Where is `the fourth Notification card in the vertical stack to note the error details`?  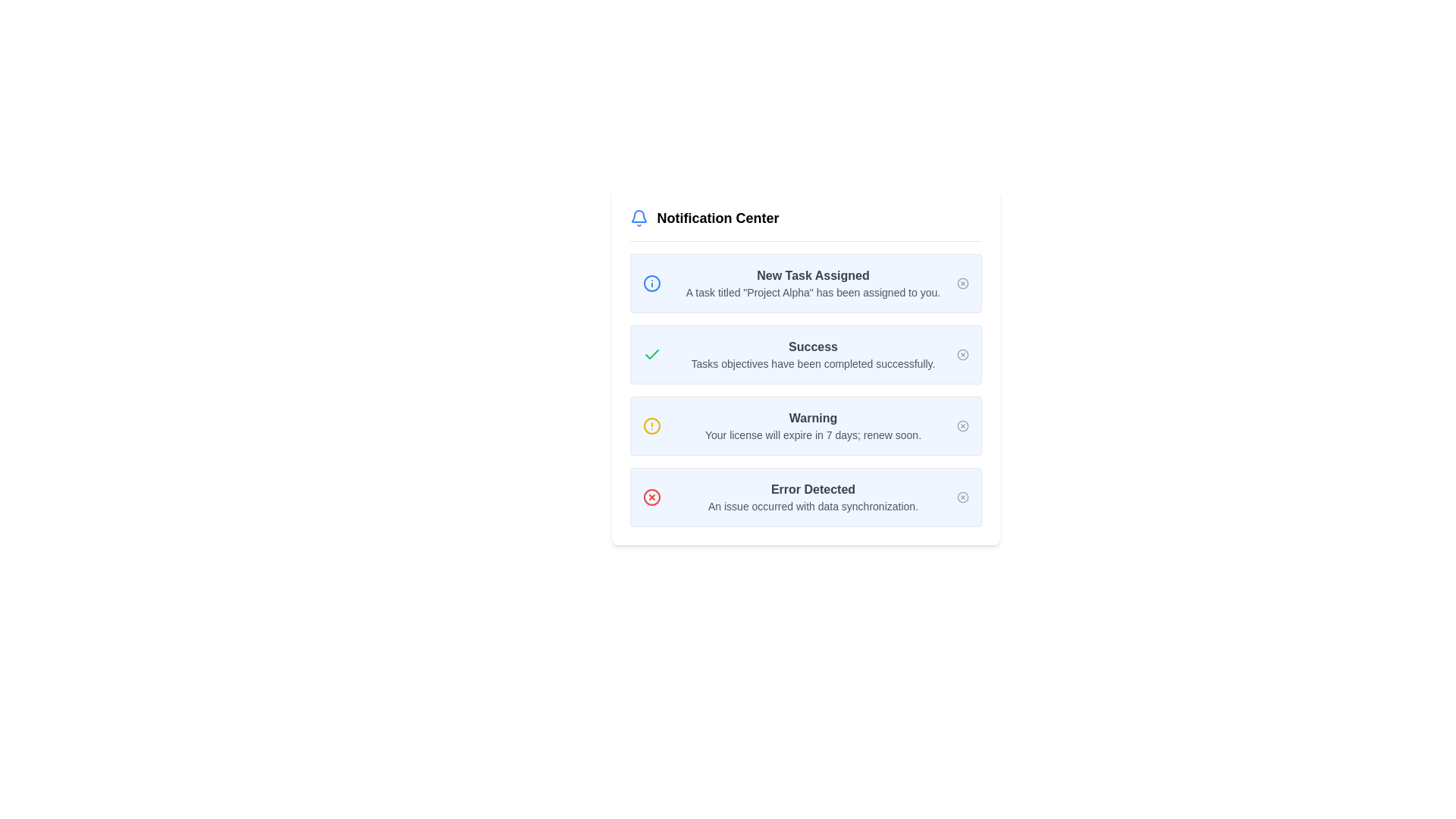 the fourth Notification card in the vertical stack to note the error details is located at coordinates (805, 497).